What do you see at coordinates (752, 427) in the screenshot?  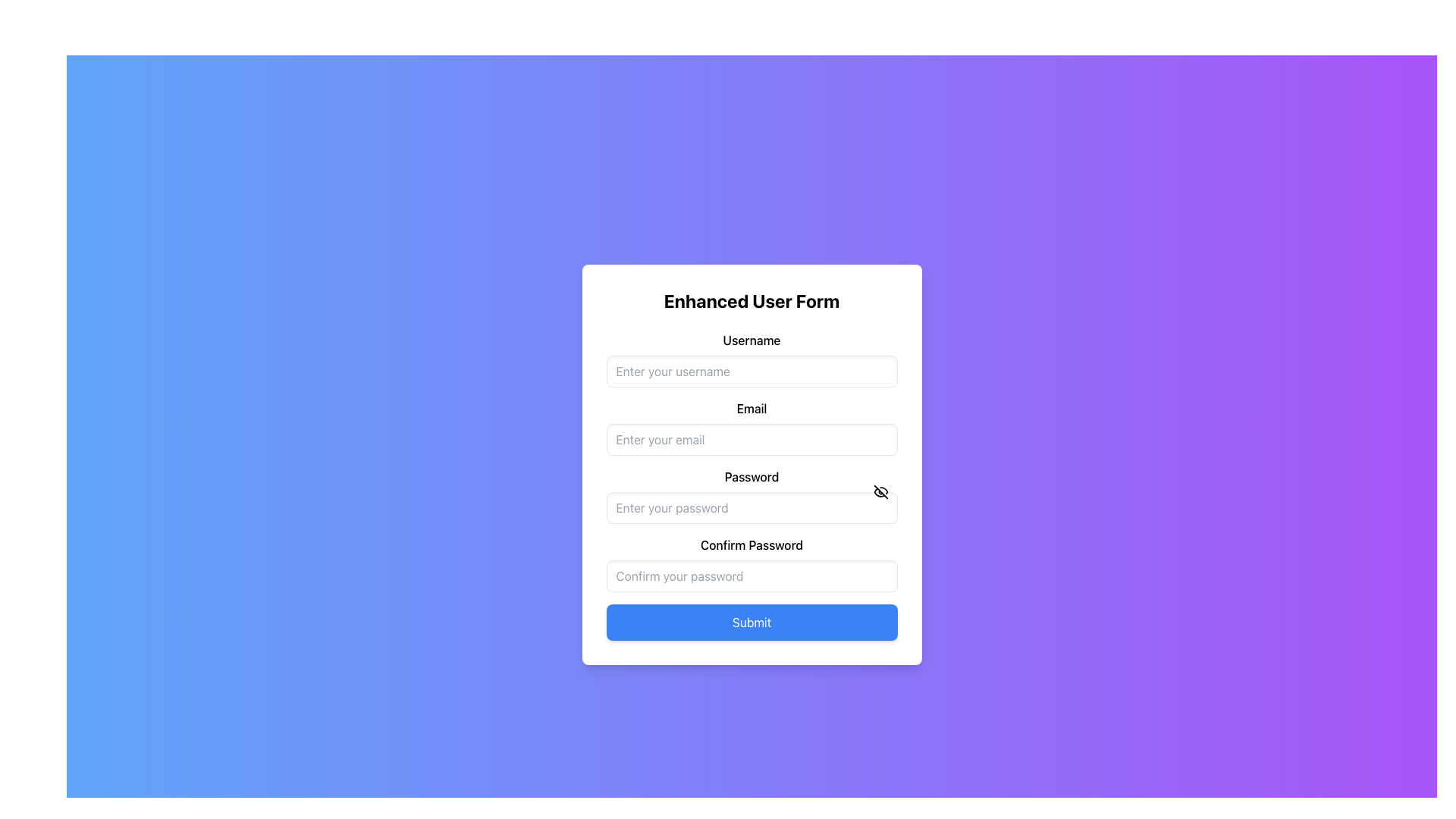 I see `the input box for the 'Email' field in the 'Enhanced User Form'` at bounding box center [752, 427].